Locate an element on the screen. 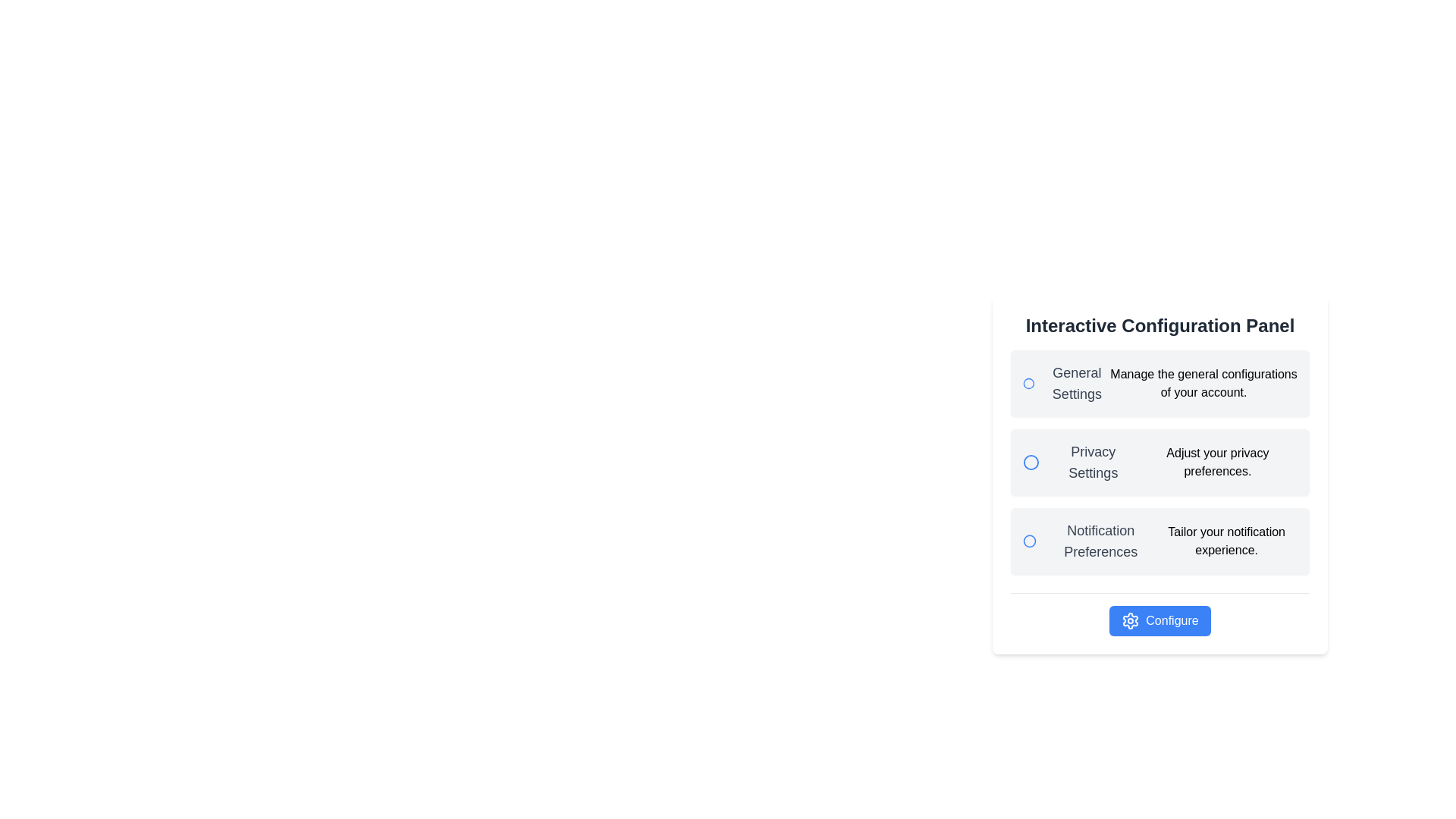  the icon next to the 'Privacy Settings' row in the interactive panel to emphasize this specific option is located at coordinates (1031, 461).